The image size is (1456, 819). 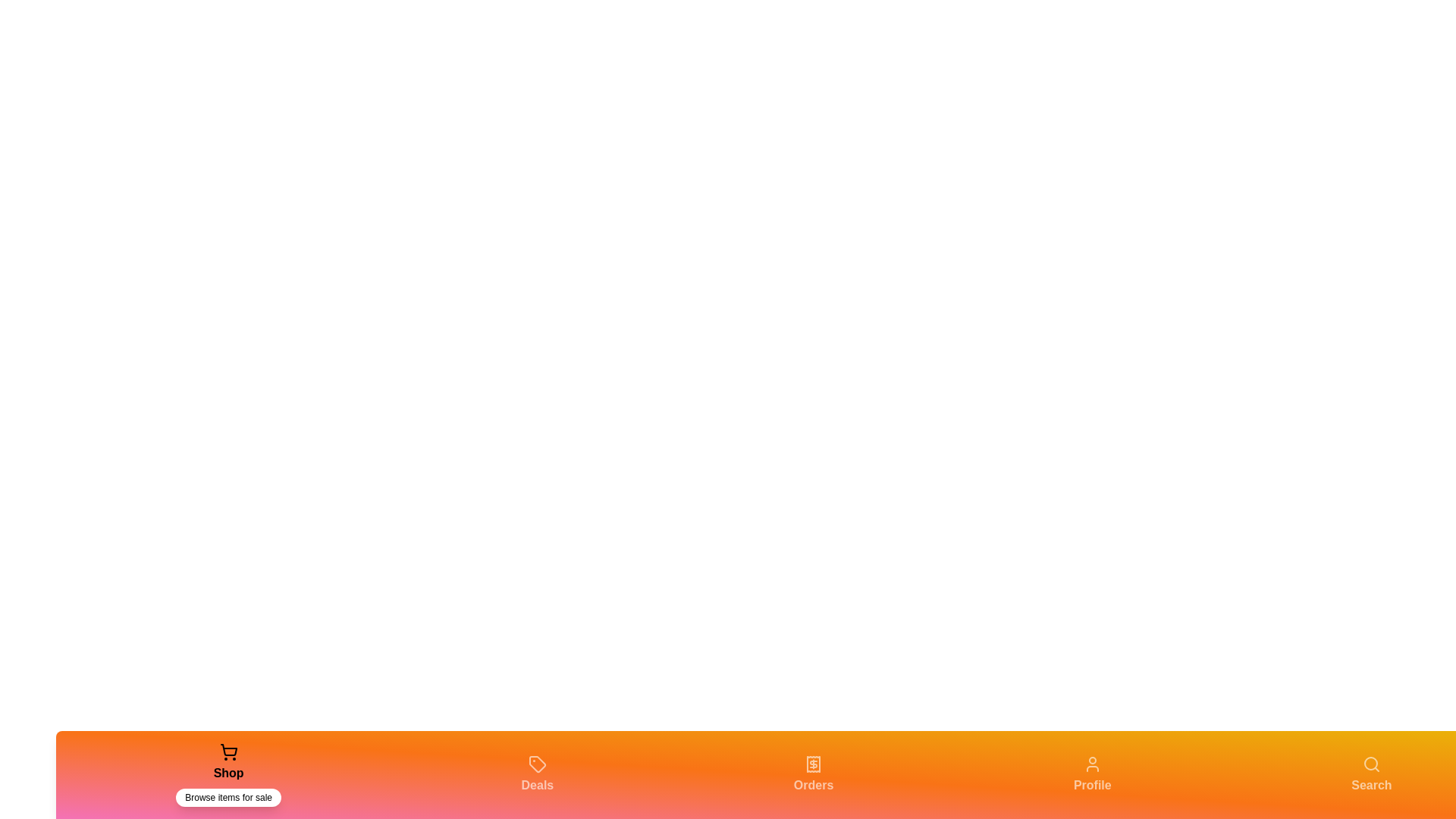 I want to click on the Shop tab in the navigation bar, so click(x=227, y=775).